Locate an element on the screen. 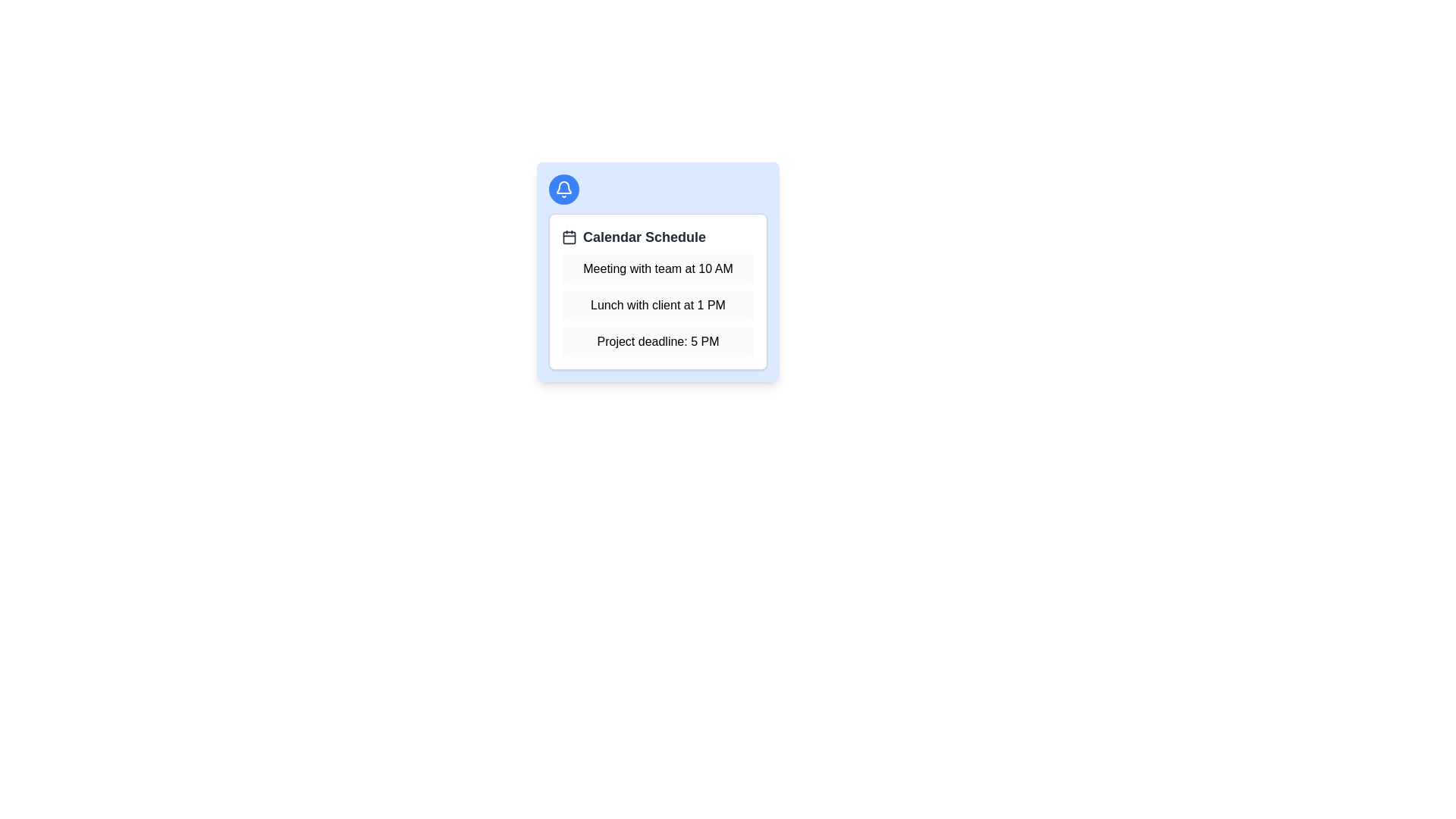 The width and height of the screenshot is (1456, 819). the decorative icon symbolizing notifications or alerts related to the calendar schedule displayed in the card, located in the upper-left corner of the card is located at coordinates (563, 187).